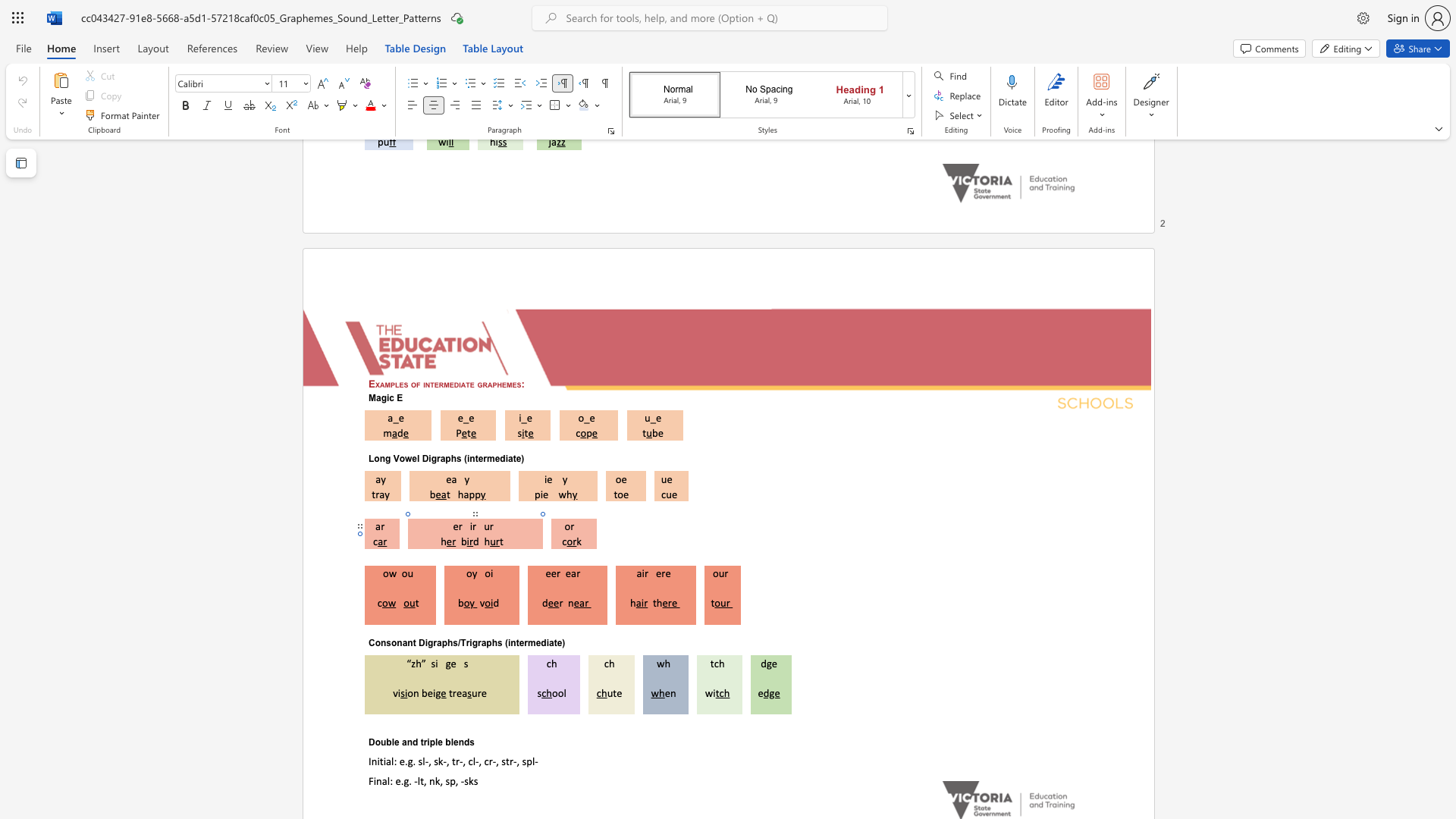 Image resolution: width=1456 pixels, height=819 pixels. I want to click on the space between the continuous character "e" and "r" in the text, so click(661, 573).